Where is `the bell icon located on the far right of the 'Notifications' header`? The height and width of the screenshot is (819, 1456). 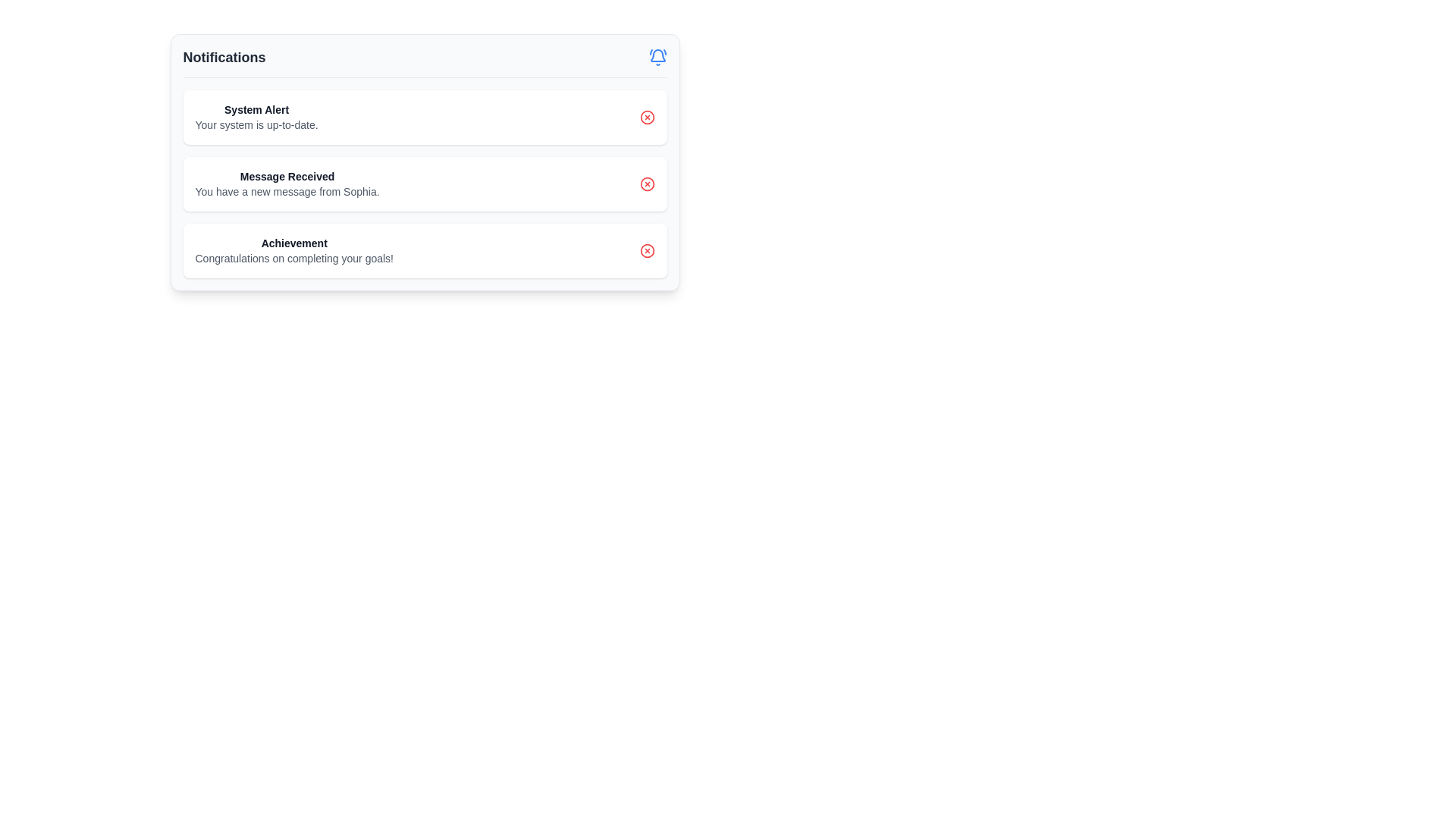
the bell icon located on the far right of the 'Notifications' header is located at coordinates (657, 57).